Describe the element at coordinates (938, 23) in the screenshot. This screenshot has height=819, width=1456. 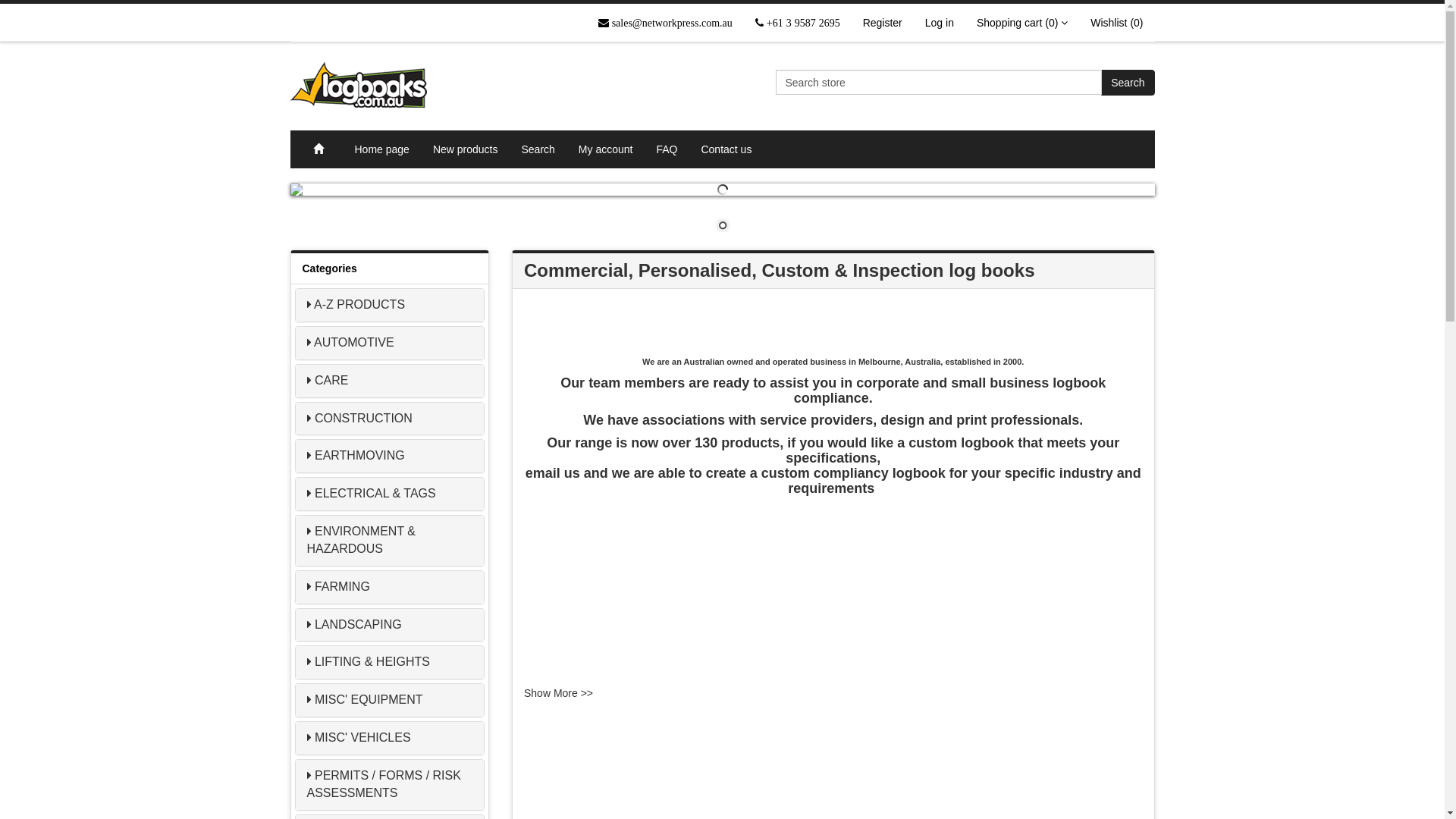
I see `'Log in'` at that location.